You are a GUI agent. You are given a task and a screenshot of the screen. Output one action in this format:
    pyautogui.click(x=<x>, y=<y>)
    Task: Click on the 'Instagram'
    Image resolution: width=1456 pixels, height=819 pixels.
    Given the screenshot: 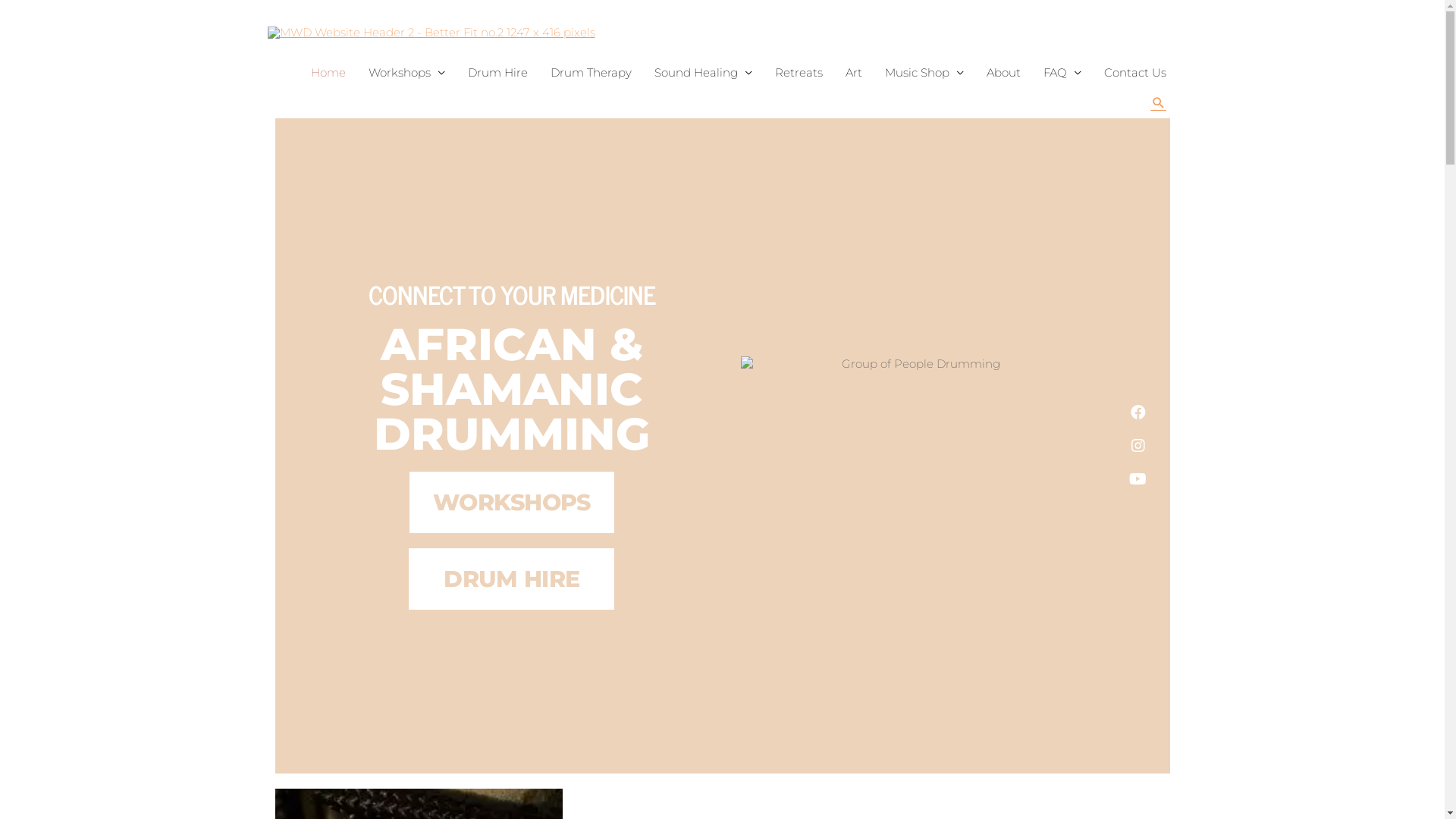 What is the action you would take?
    pyautogui.click(x=1121, y=444)
    